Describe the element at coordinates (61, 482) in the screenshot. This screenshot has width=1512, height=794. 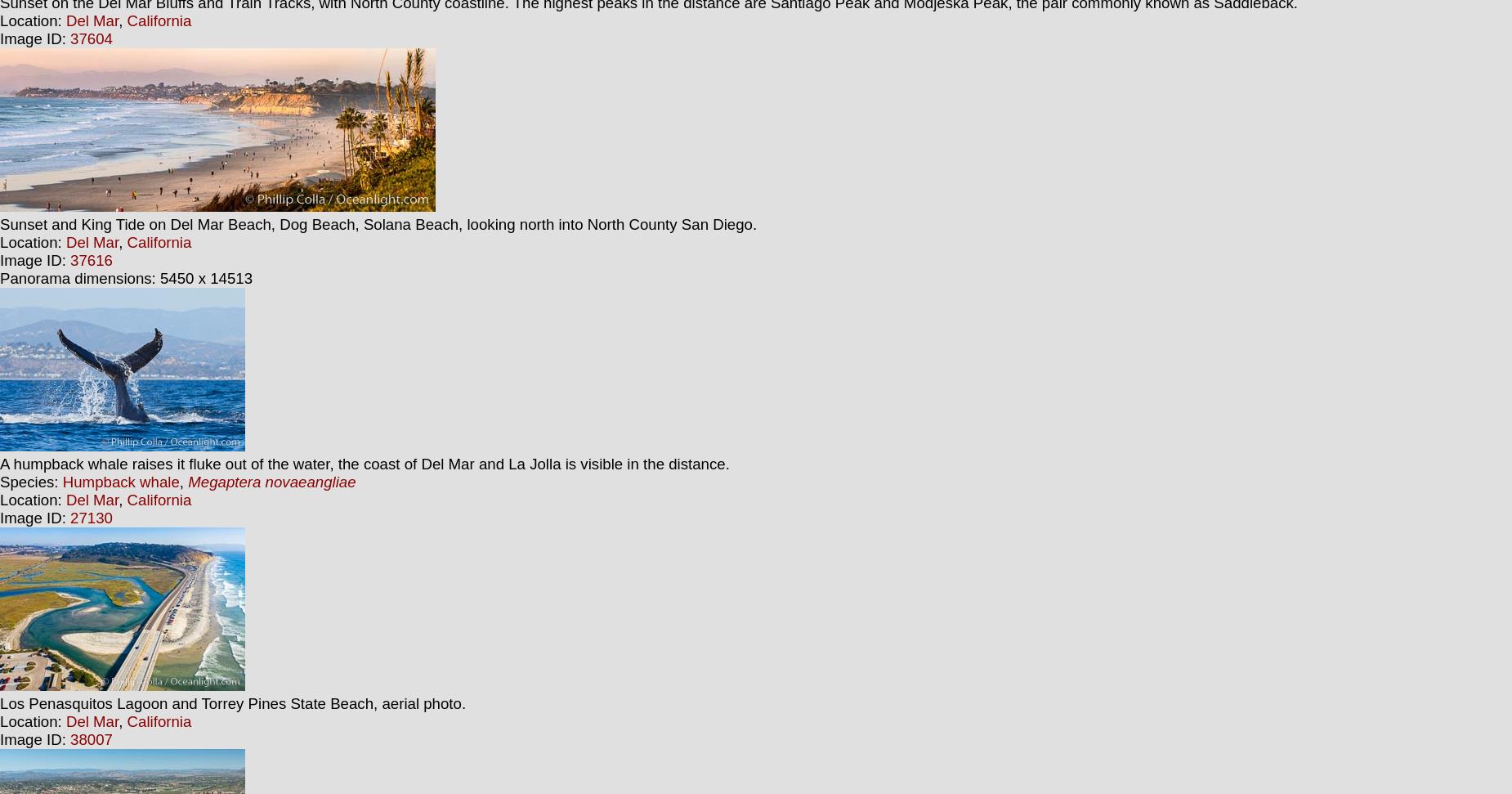
I see `'Humpback whale'` at that location.